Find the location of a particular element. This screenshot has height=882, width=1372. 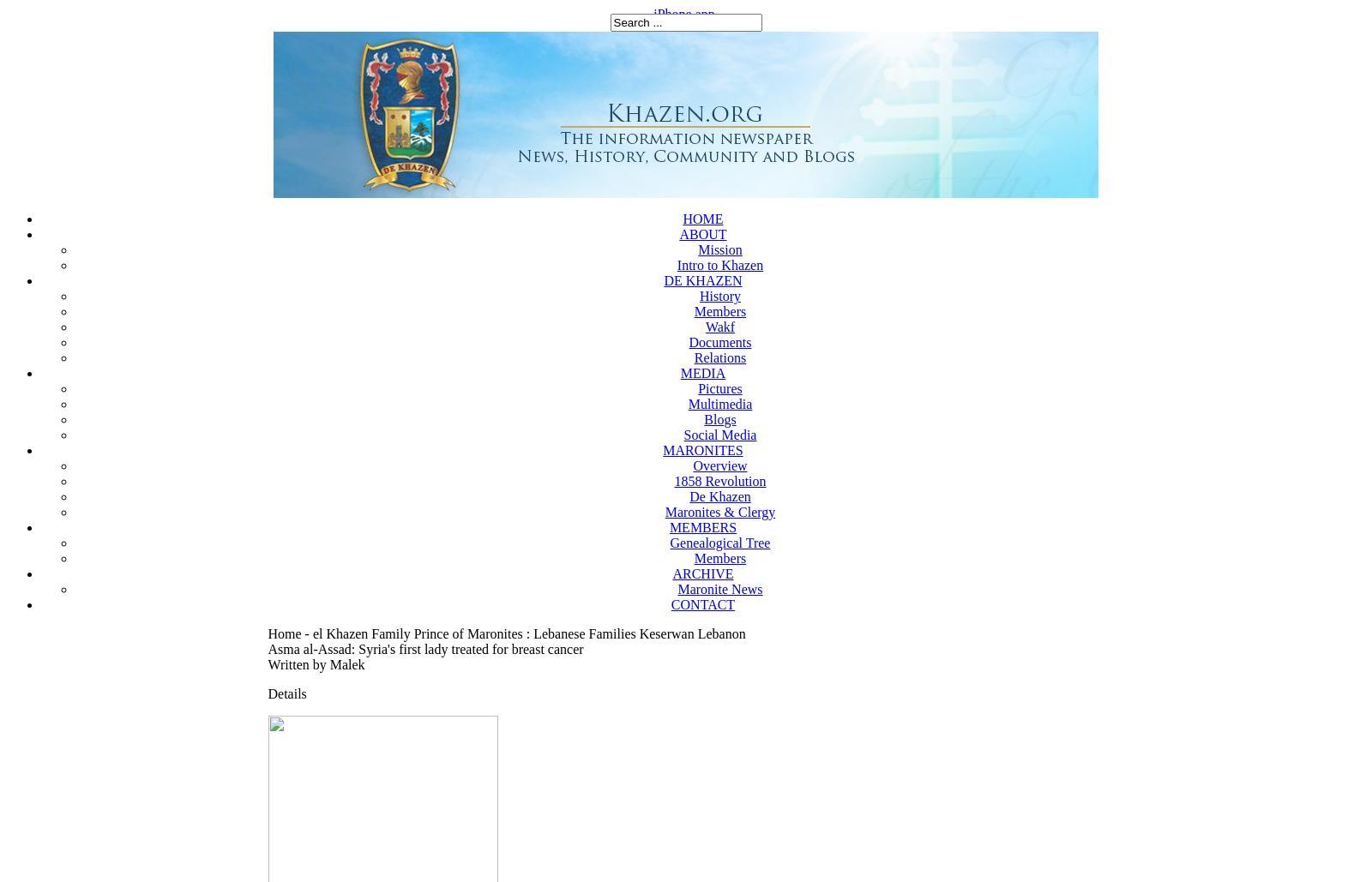

'Asma al-Assad: Syria's first lady treated for breast cancer' is located at coordinates (268, 649).